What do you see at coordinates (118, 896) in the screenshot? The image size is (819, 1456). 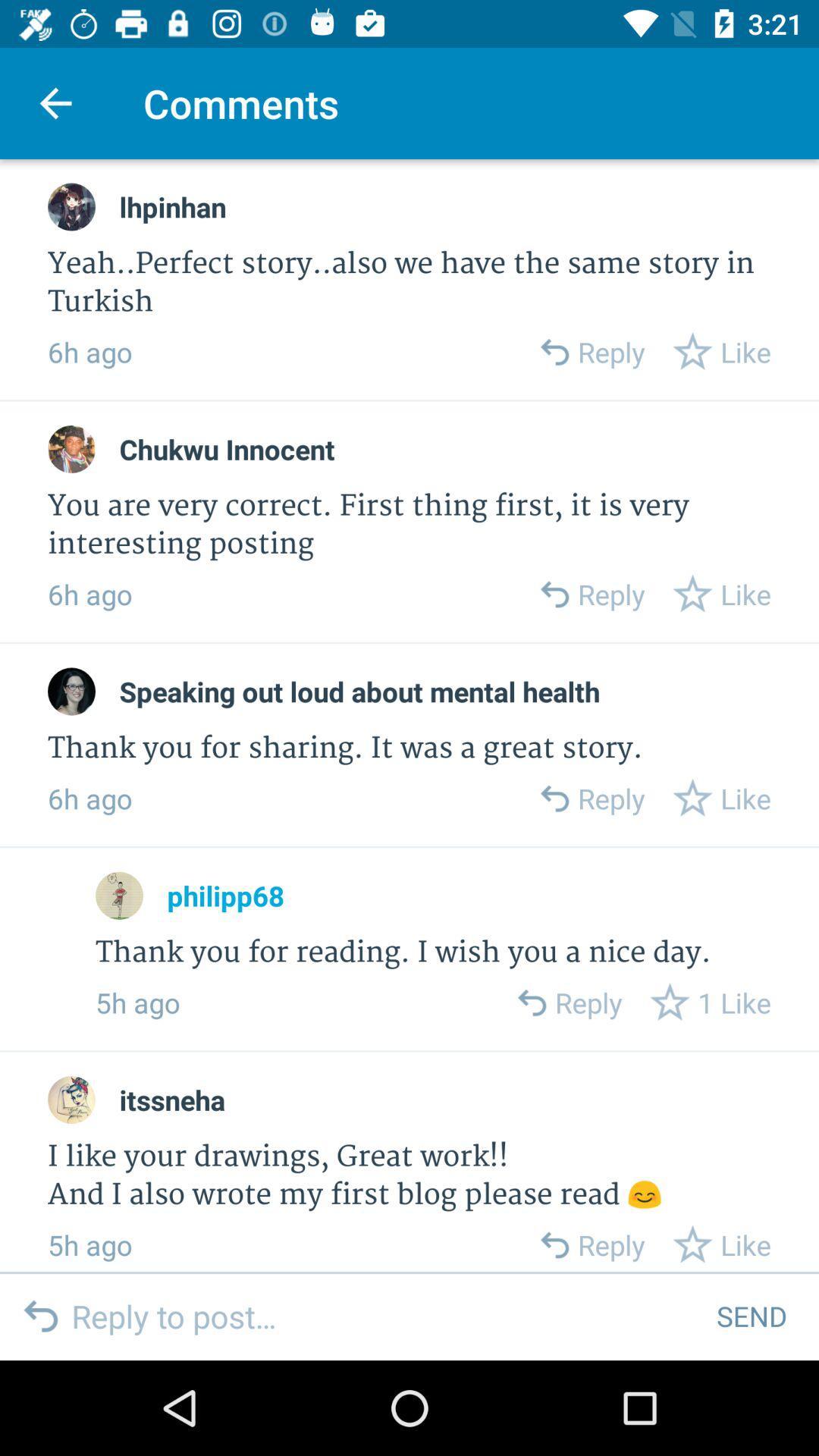 I see `open commenter profile` at bounding box center [118, 896].